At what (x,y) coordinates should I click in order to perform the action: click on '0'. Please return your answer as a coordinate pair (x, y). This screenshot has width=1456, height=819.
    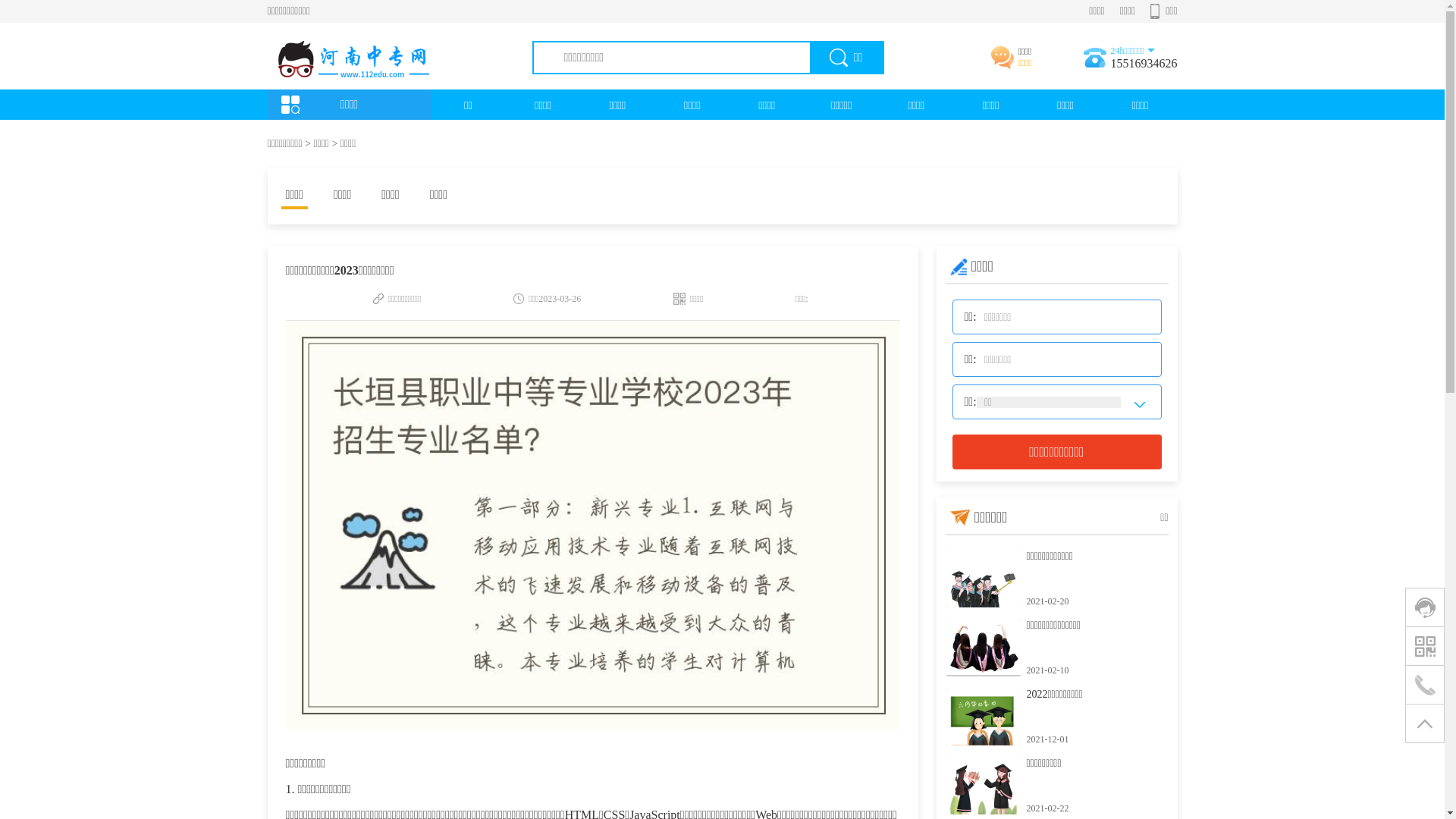
    Looking at the image, I should click on (1423, 606).